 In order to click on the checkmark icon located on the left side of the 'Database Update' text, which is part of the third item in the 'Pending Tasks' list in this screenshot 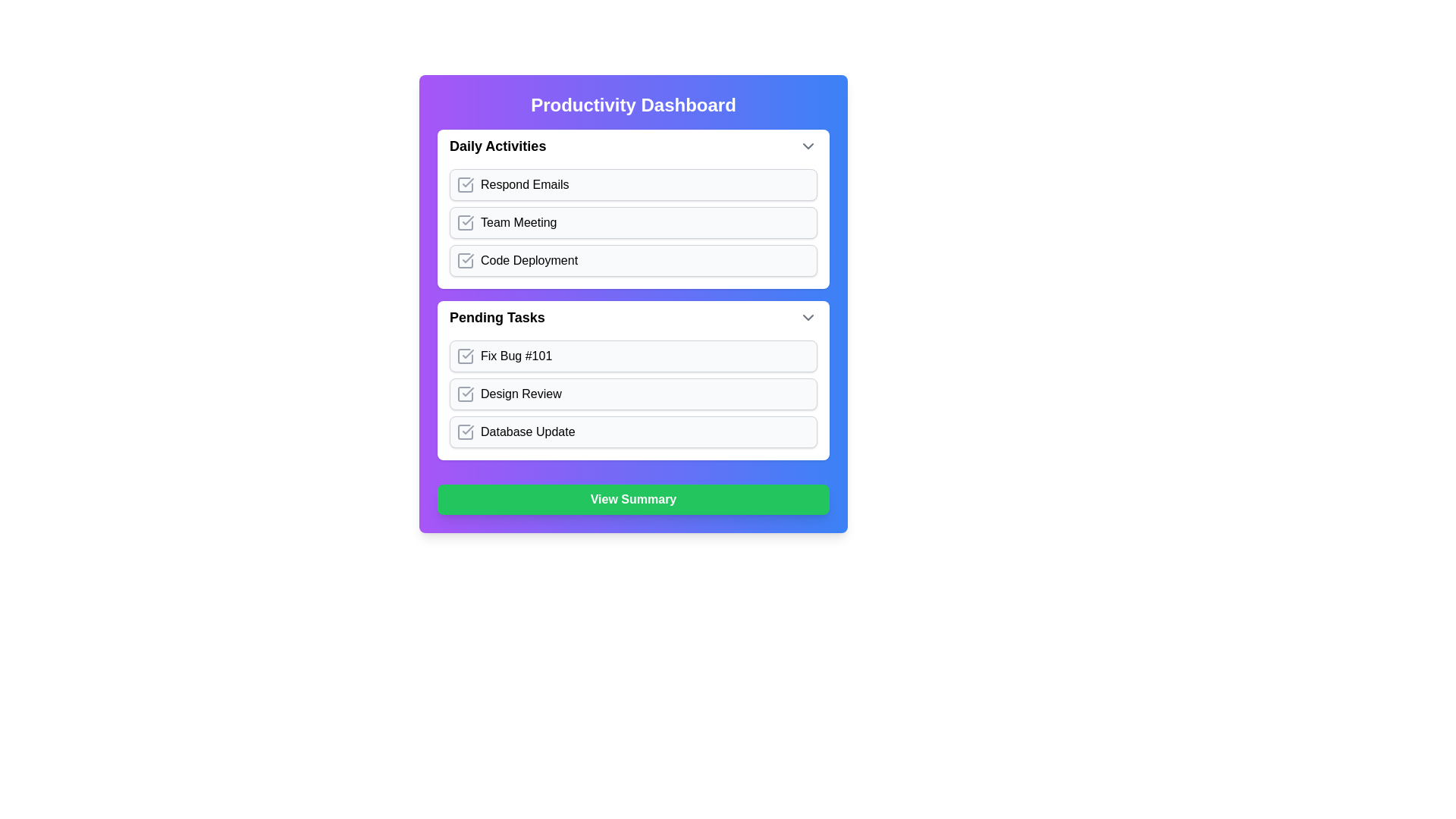, I will do `click(465, 432)`.